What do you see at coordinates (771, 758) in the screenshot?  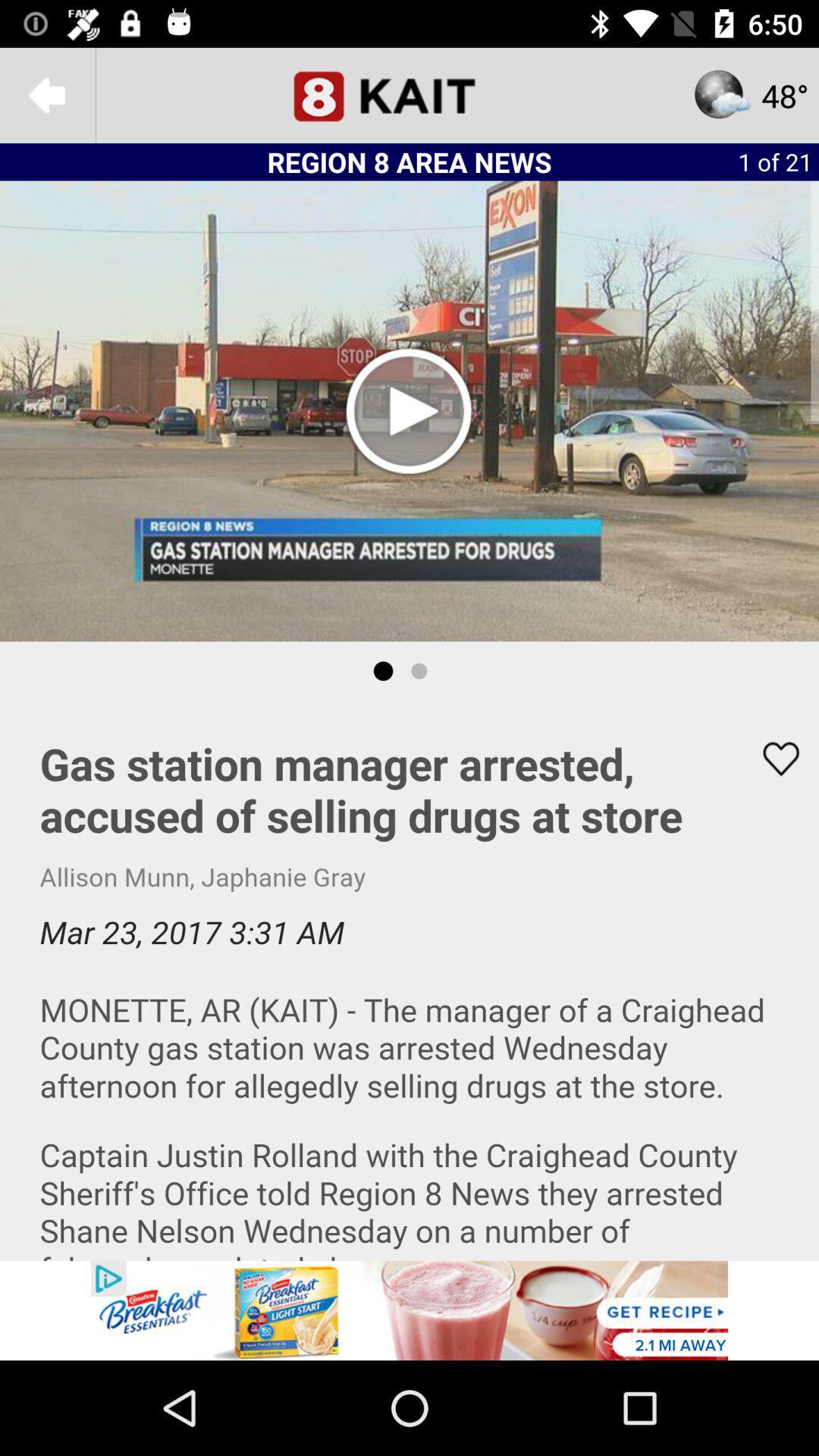 I see `the favorite icon` at bounding box center [771, 758].